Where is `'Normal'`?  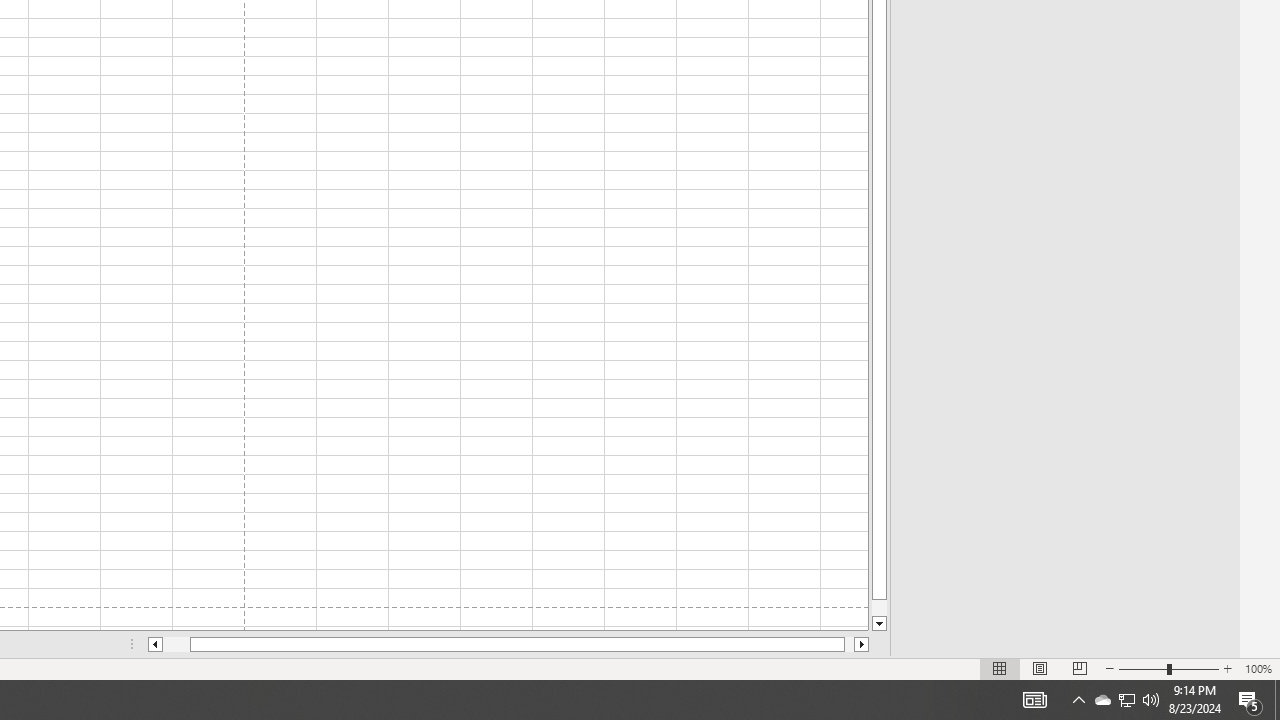
'Normal' is located at coordinates (1000, 669).